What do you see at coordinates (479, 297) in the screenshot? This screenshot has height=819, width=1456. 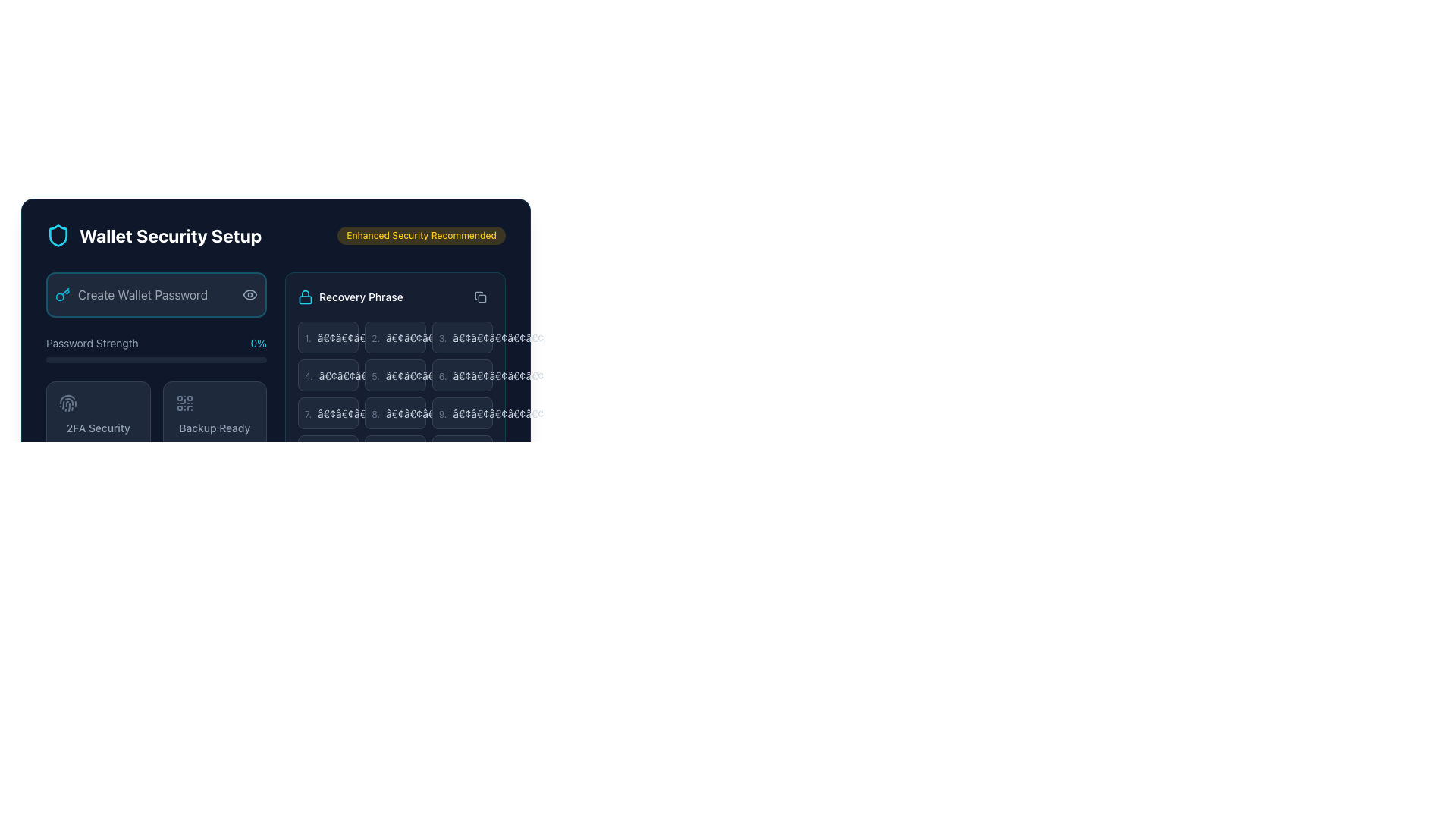 I see `the button styled as a square with a dark background and an icon of two overlapping rectangles, located at the top-right corner of the 'Recovery Phrase' section` at bounding box center [479, 297].